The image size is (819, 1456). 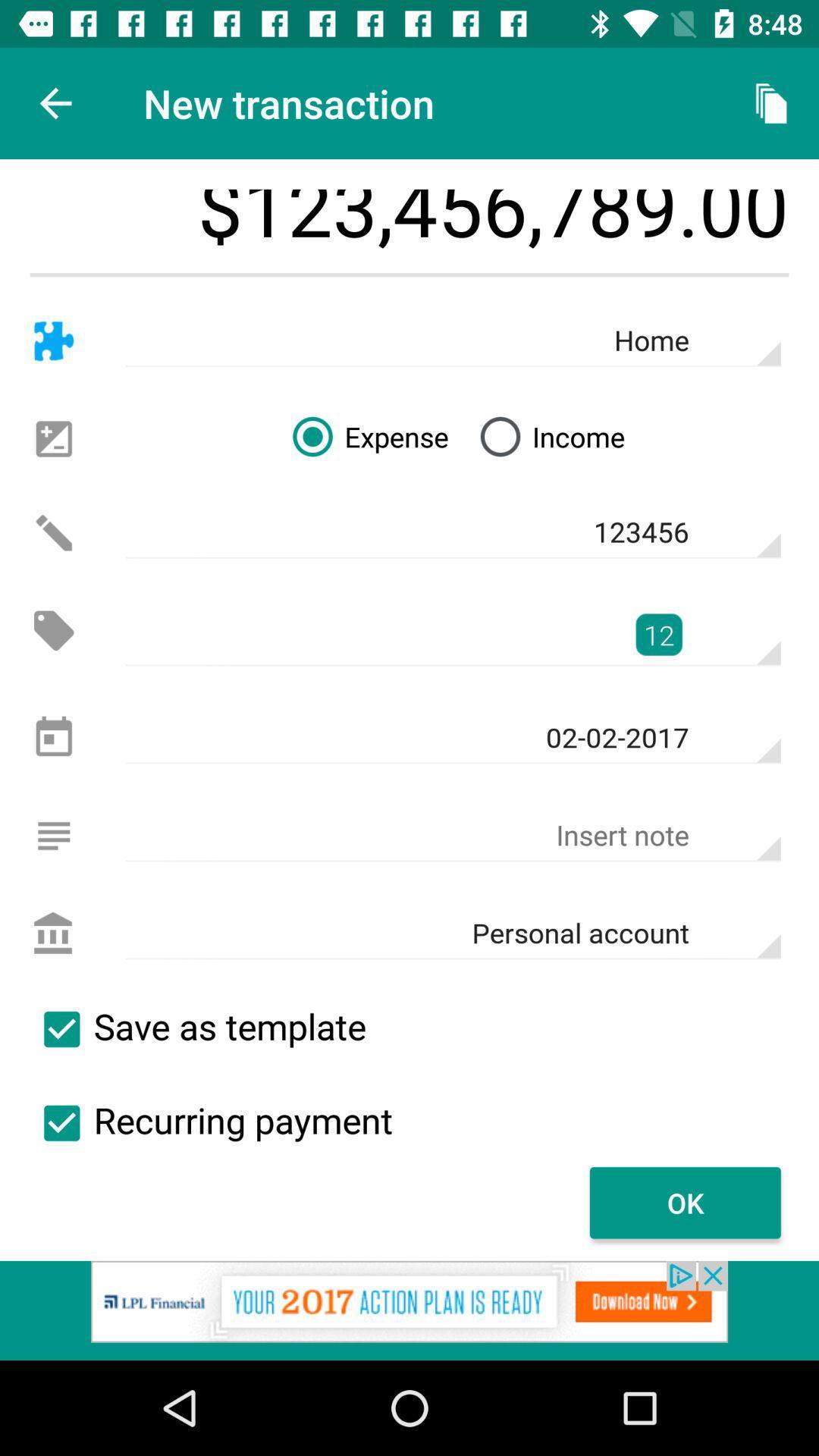 I want to click on open an advertisement, so click(x=409, y=1310).